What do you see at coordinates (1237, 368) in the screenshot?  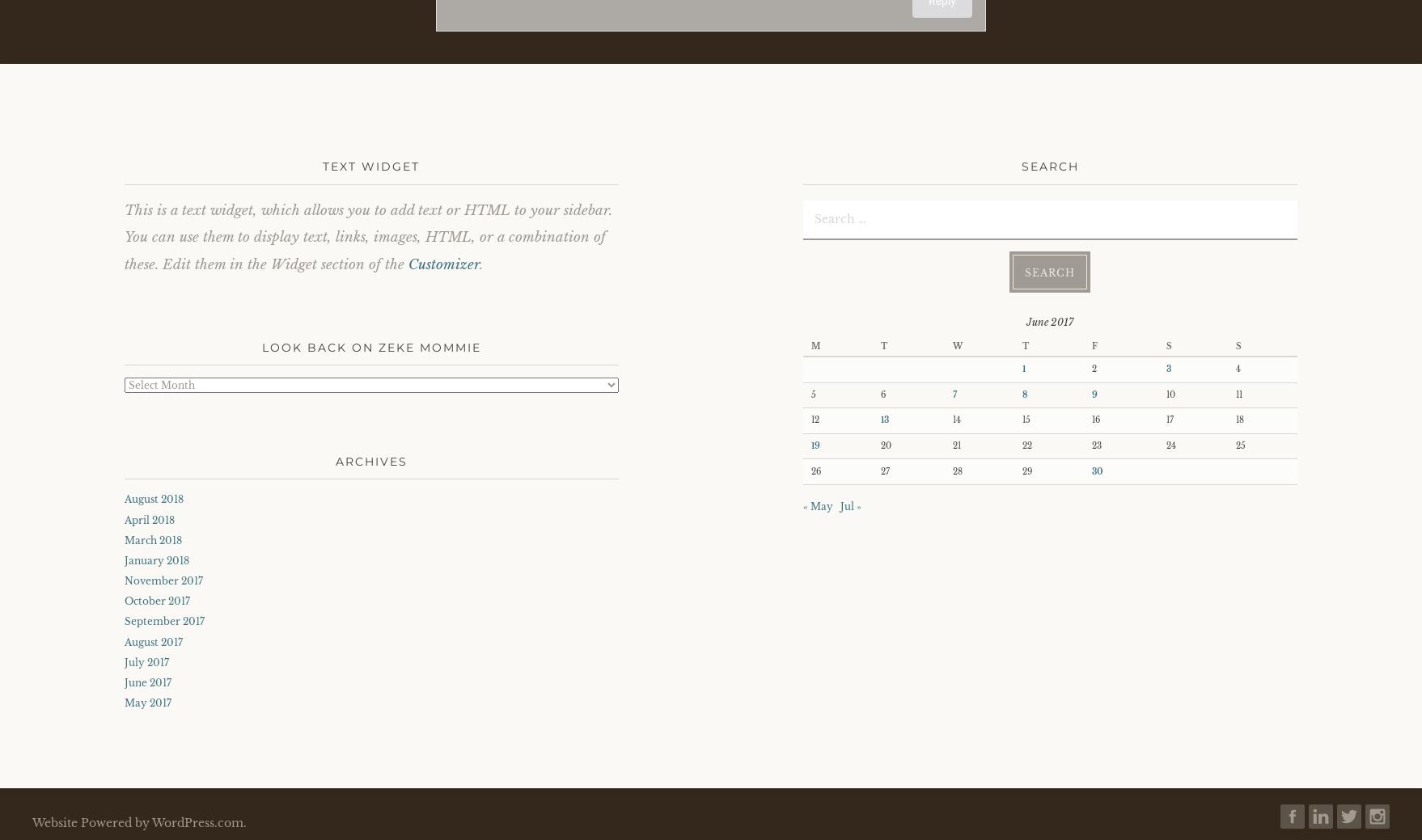 I see `'4'` at bounding box center [1237, 368].